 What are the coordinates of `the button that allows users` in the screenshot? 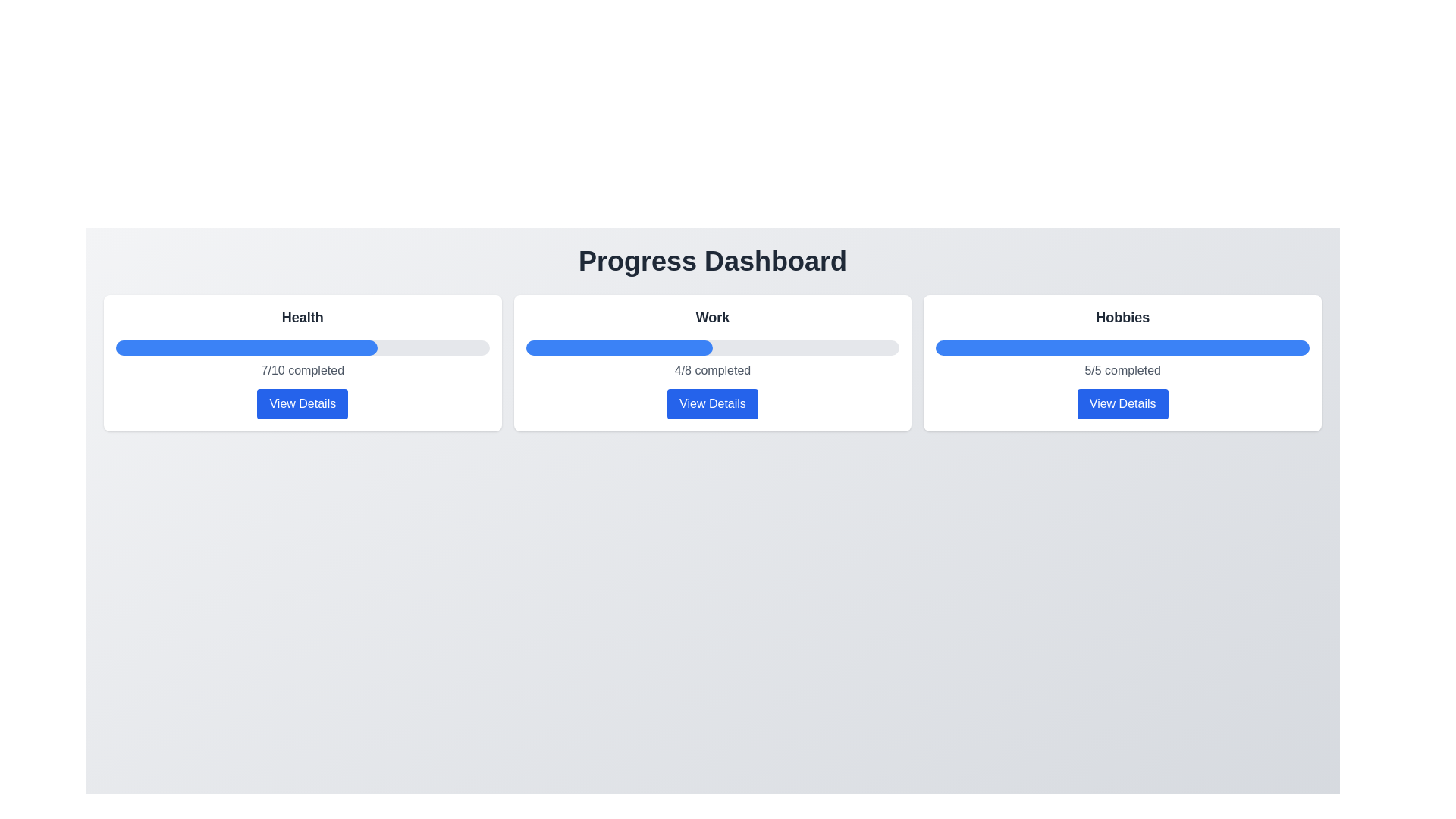 It's located at (712, 403).